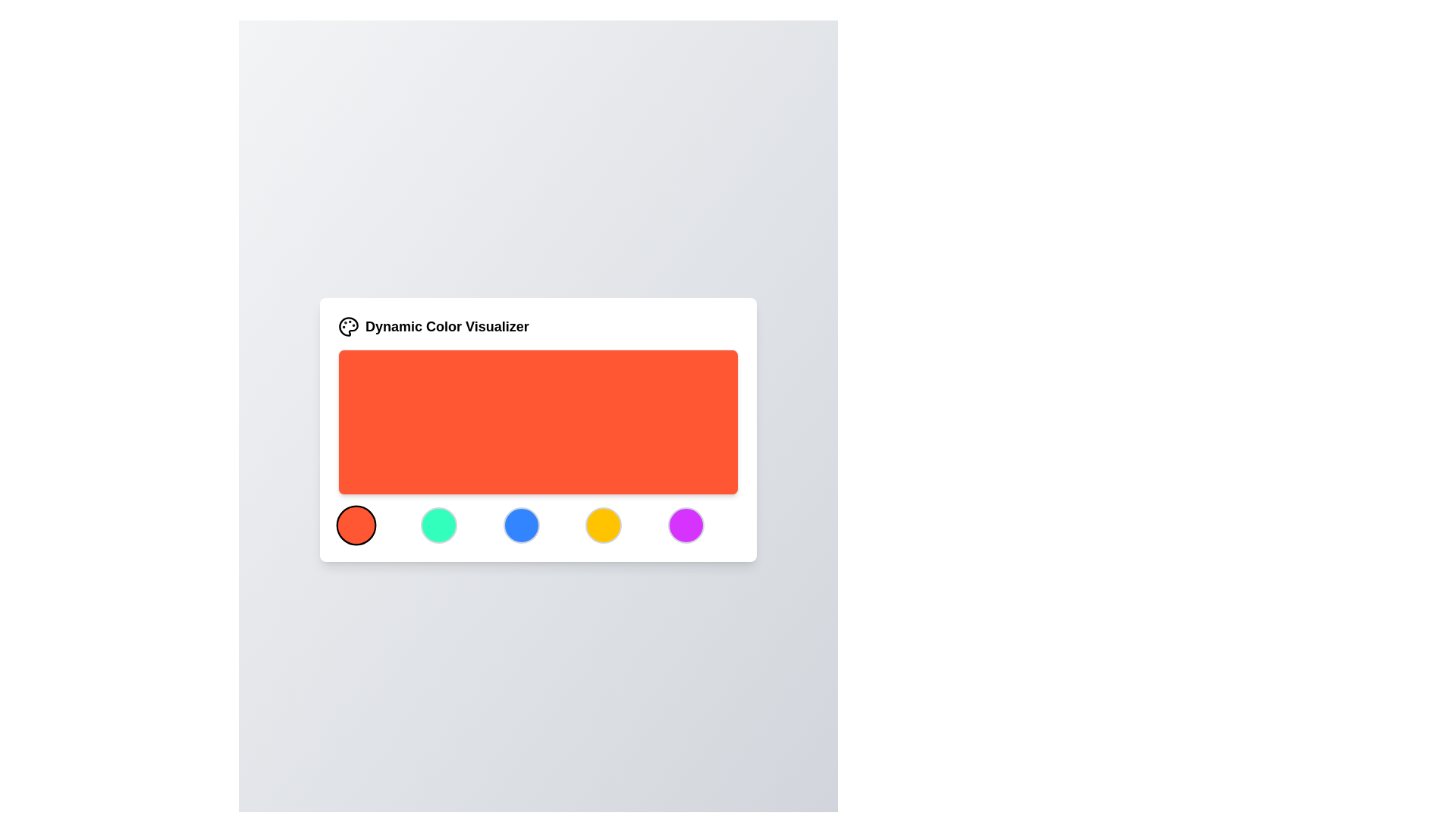  What do you see at coordinates (538, 422) in the screenshot?
I see `the displayed color in the visual display panel located beneath the 'Dynamic Color Visualizer' header` at bounding box center [538, 422].